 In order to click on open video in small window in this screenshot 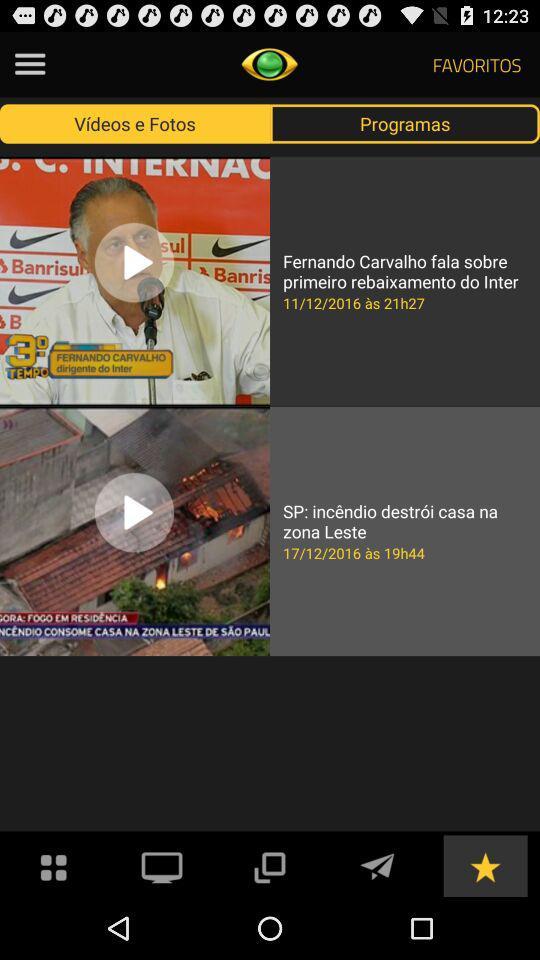, I will do `click(269, 864)`.